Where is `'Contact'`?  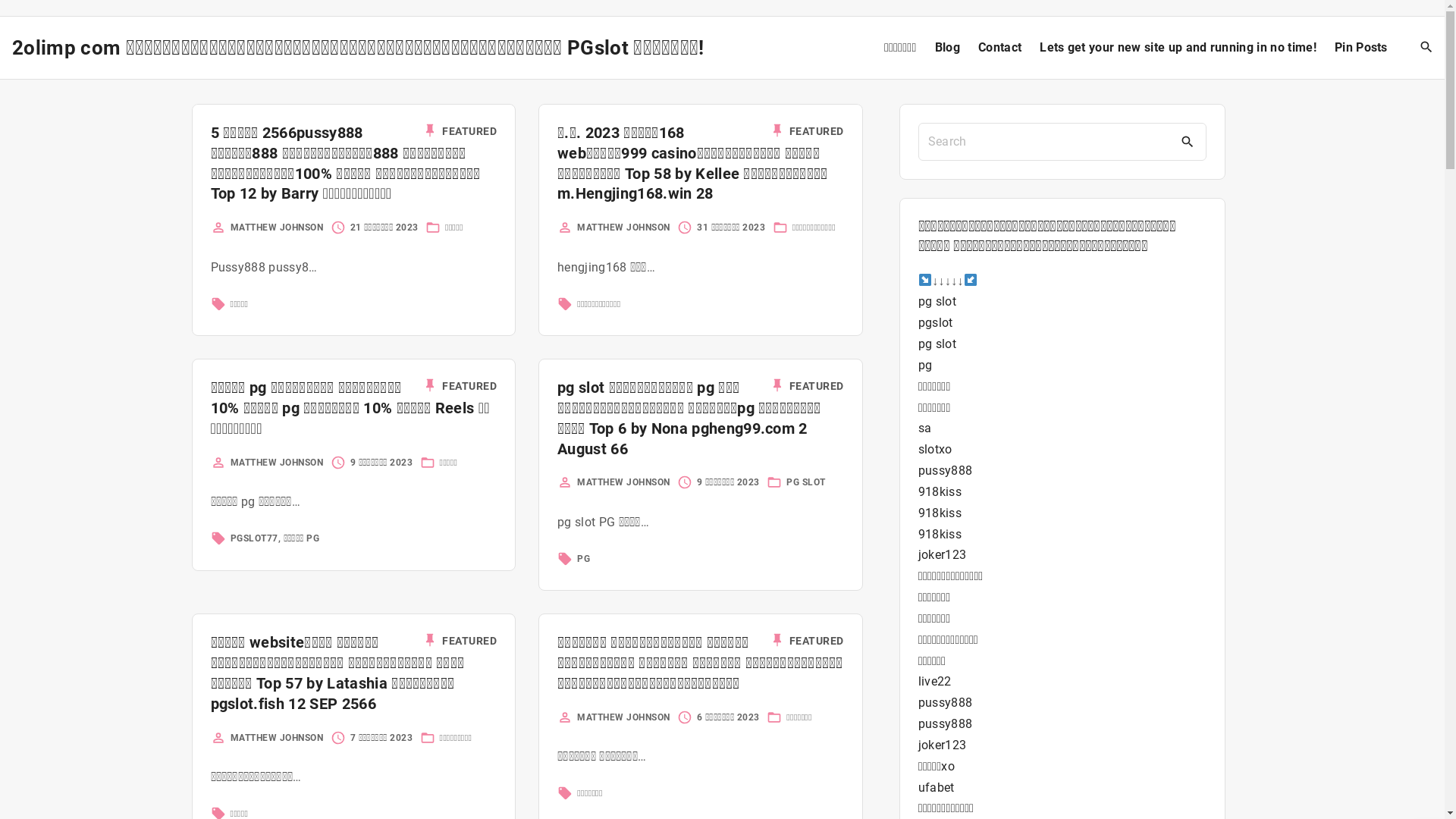
'Contact' is located at coordinates (999, 46).